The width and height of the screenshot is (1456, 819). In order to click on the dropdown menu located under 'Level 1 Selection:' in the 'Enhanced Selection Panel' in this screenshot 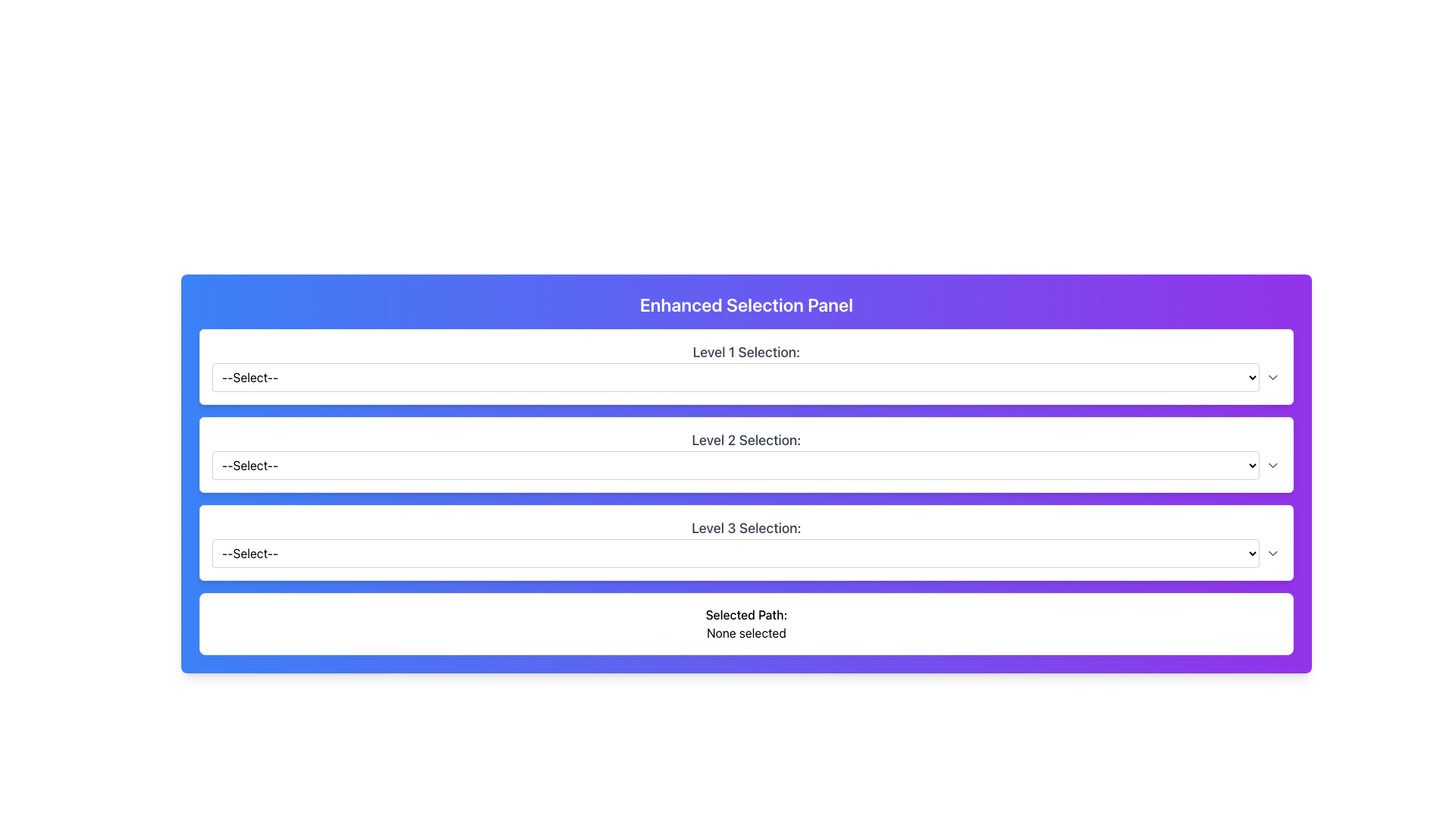, I will do `click(736, 376)`.